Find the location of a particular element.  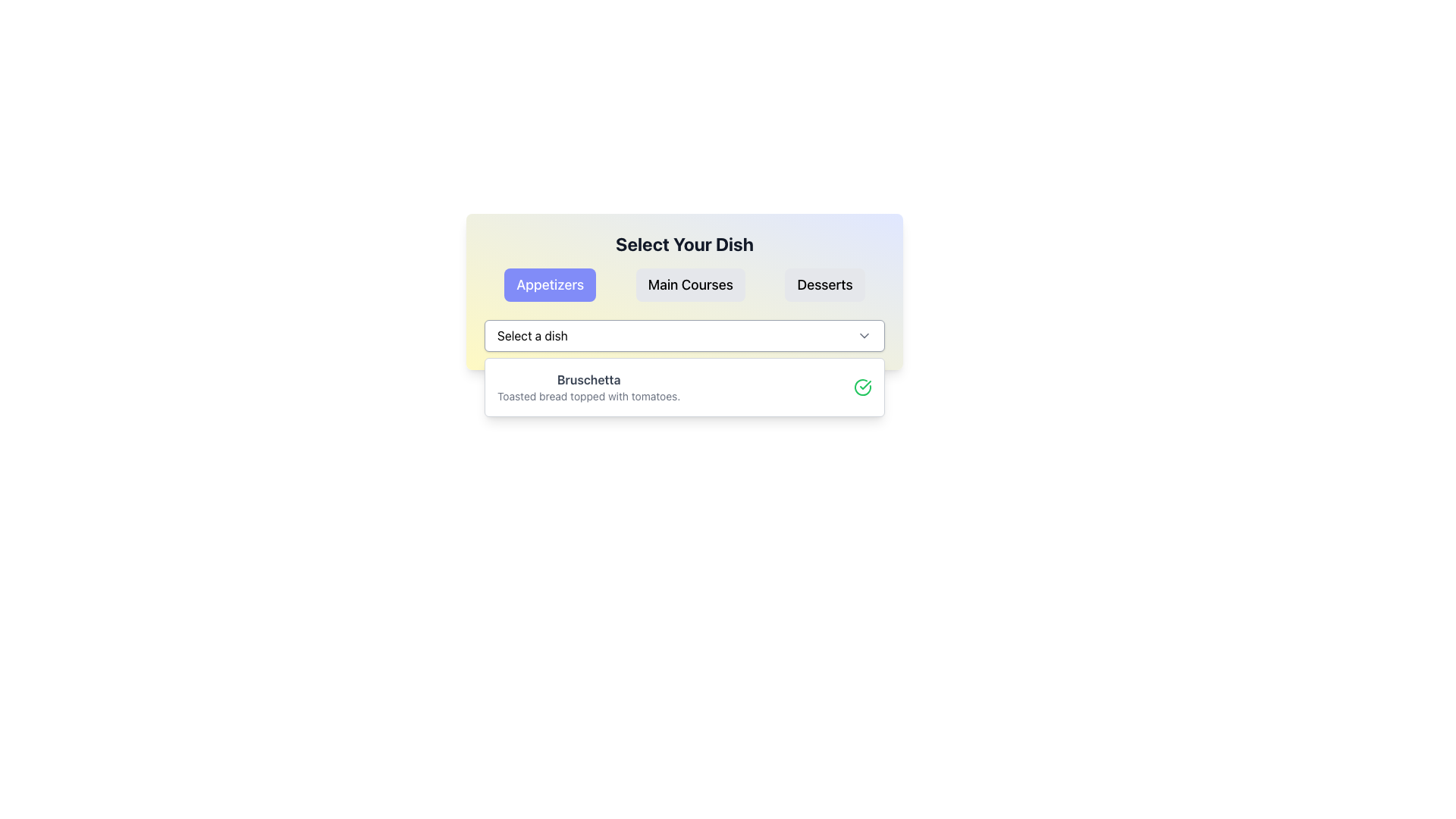

the header text label that introduces the purpose of the dish selection section, located centrally above the options for 'Appetizers', 'Main Courses', and 'Desserts' is located at coordinates (683, 243).